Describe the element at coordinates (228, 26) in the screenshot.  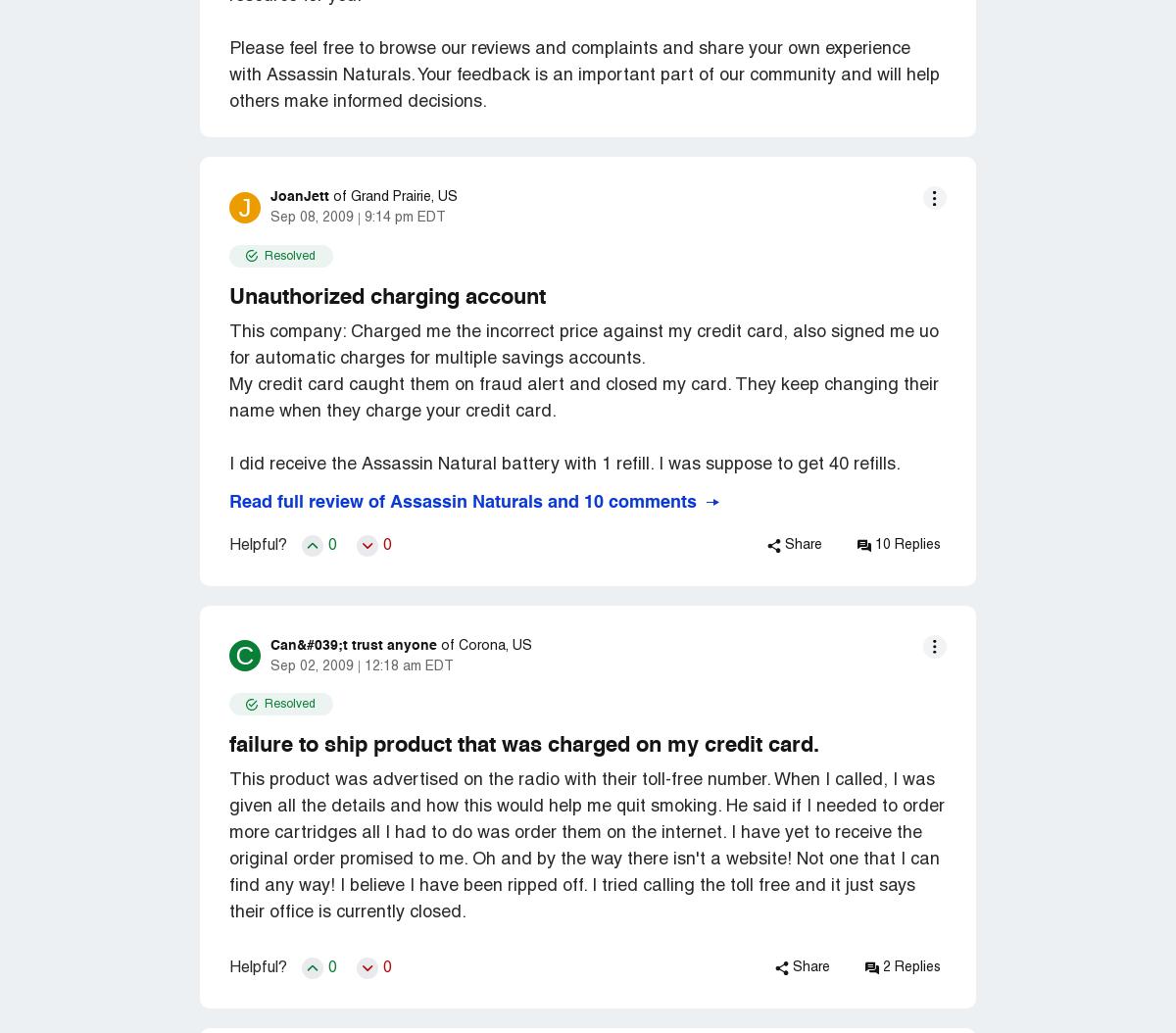
I see `'Commense'` at that location.